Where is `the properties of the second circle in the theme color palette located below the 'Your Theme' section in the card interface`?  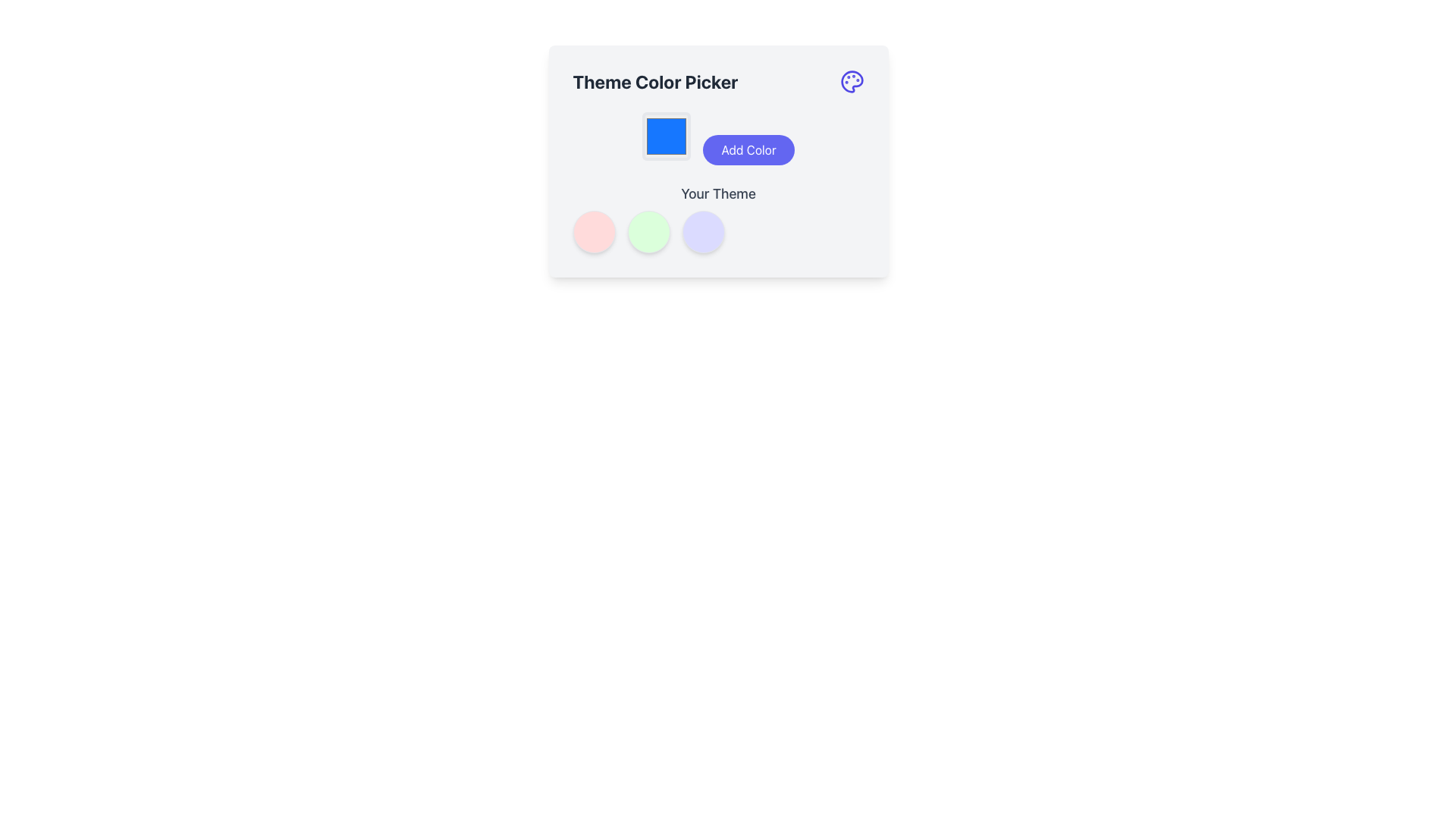 the properties of the second circle in the theme color palette located below the 'Your Theme' section in the card interface is located at coordinates (648, 231).